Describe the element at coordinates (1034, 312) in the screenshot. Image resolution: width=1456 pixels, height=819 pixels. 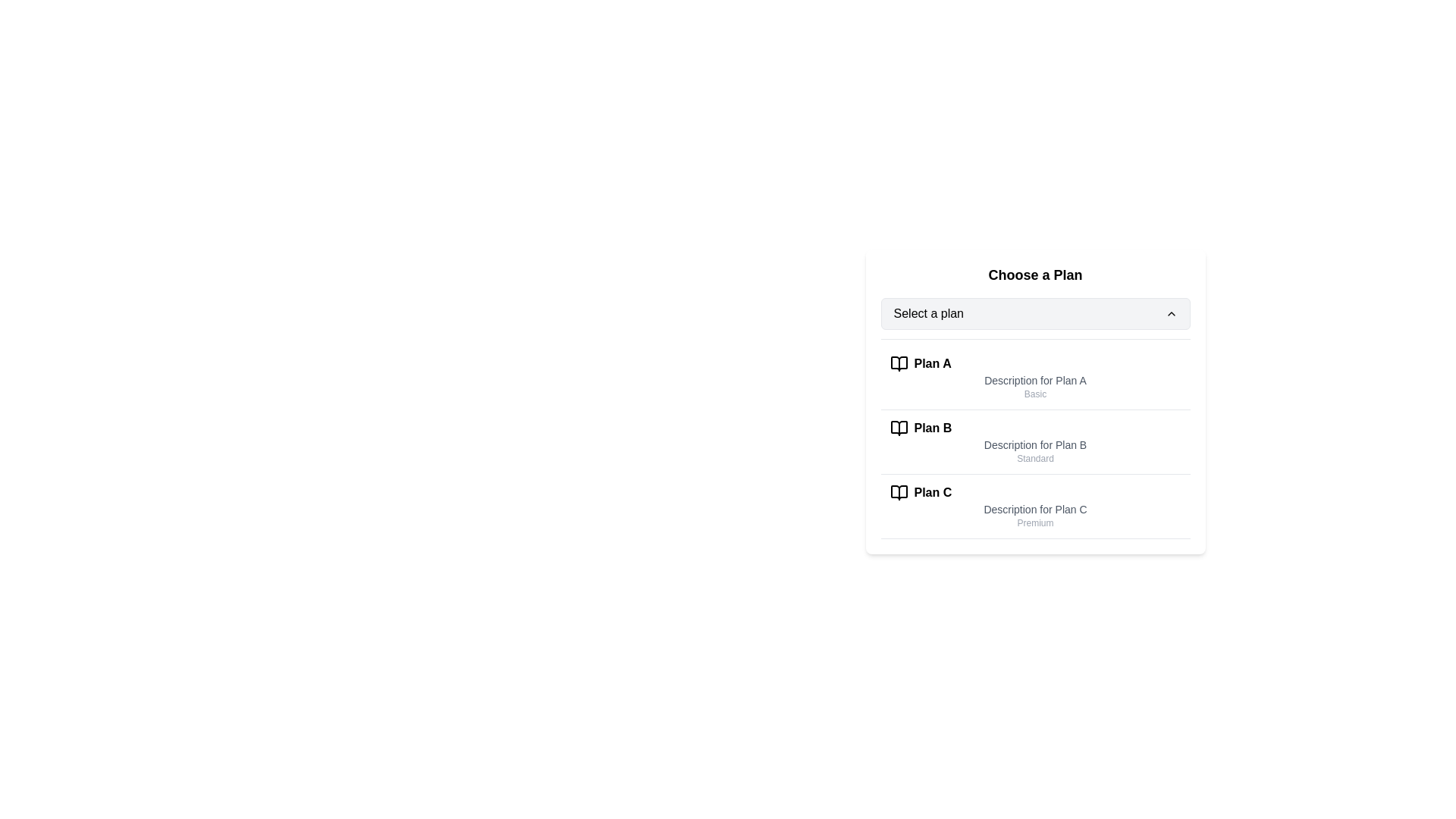
I see `the 'Select a plan' dropdown menu` at that location.